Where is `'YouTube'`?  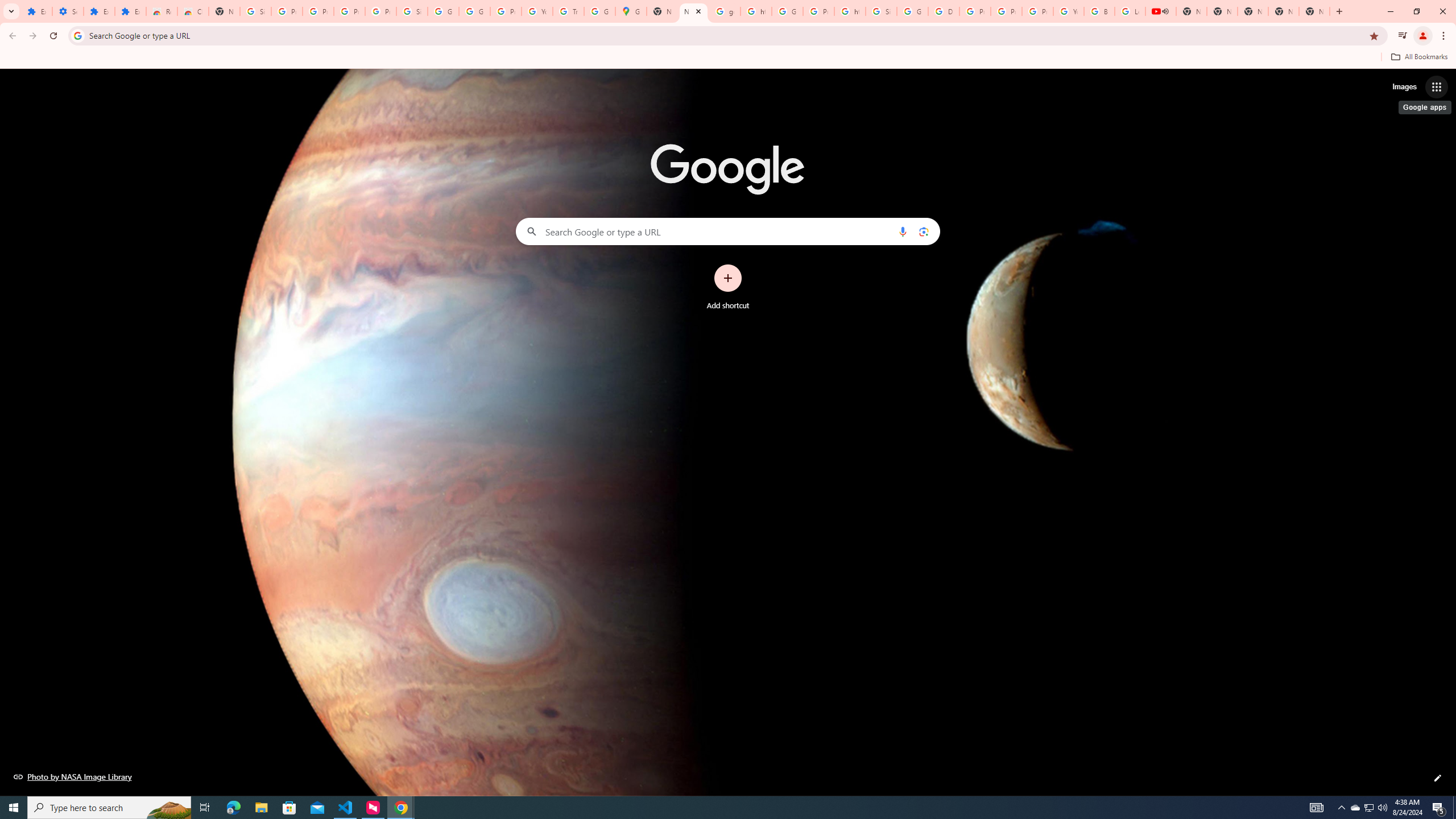 'YouTube' is located at coordinates (1069, 11).